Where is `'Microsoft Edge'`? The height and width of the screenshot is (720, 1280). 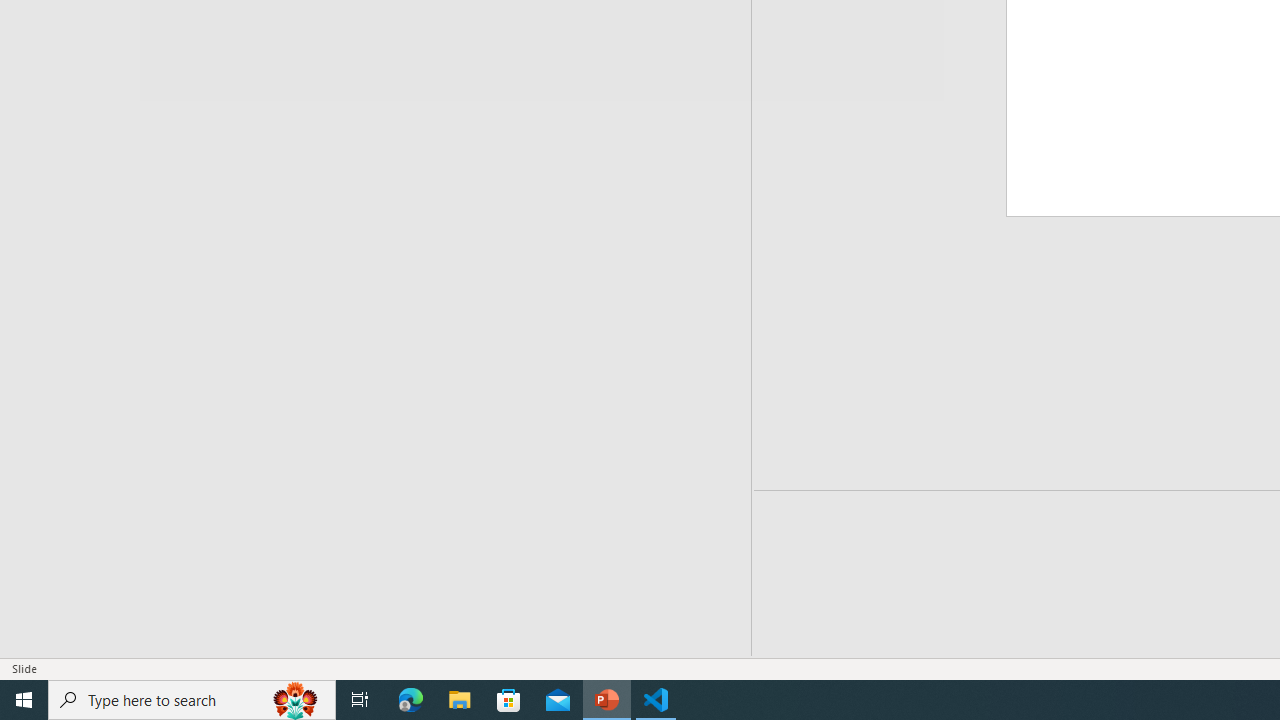
'Microsoft Edge' is located at coordinates (410, 698).